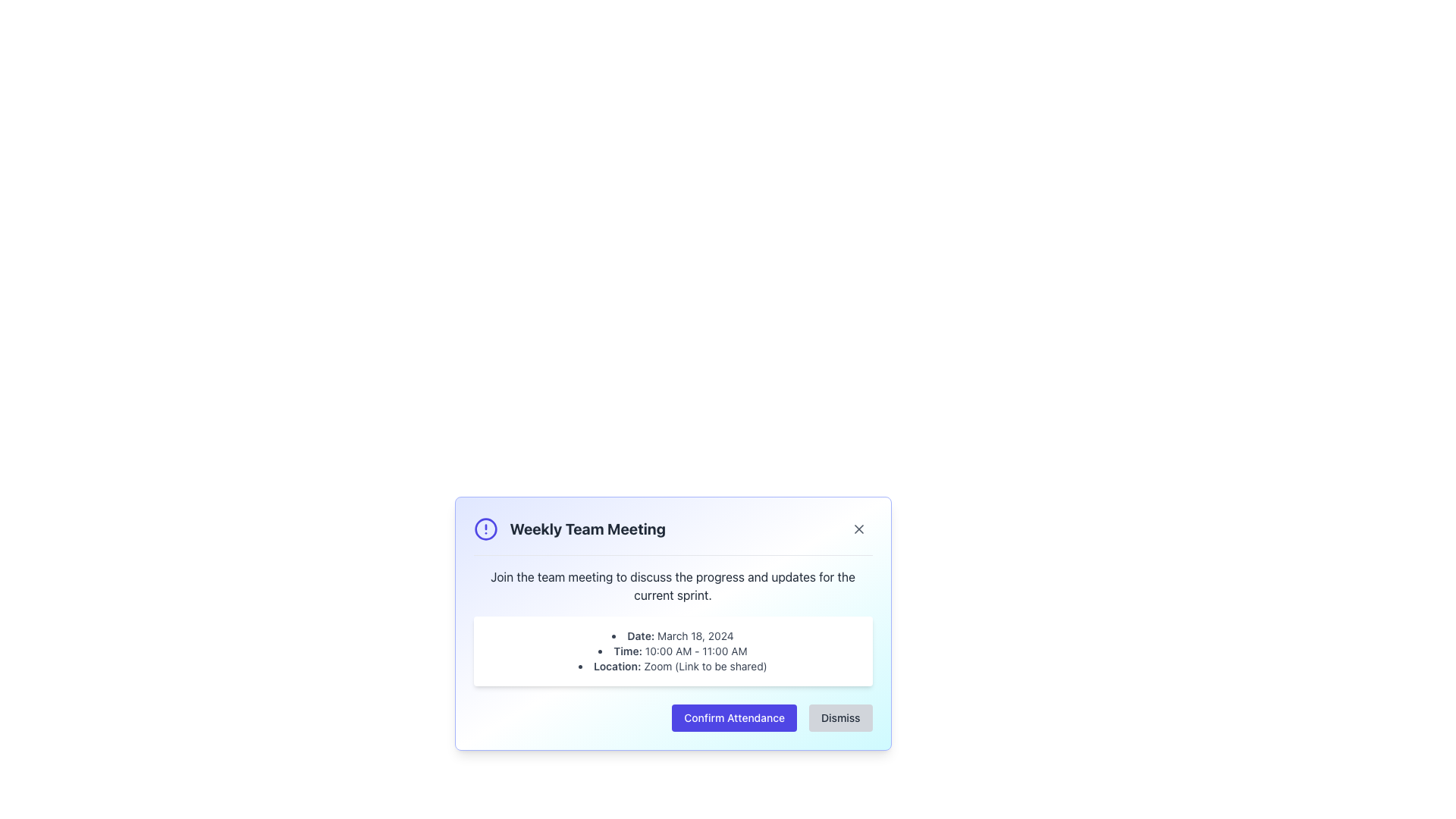 The image size is (1456, 819). Describe the element at coordinates (485, 529) in the screenshot. I see `the indigo circular icon with a graphical alert symbol located at the far left of the header section in the modal dialog, adjacent to the 'Weekly Team Meeting' text` at that location.